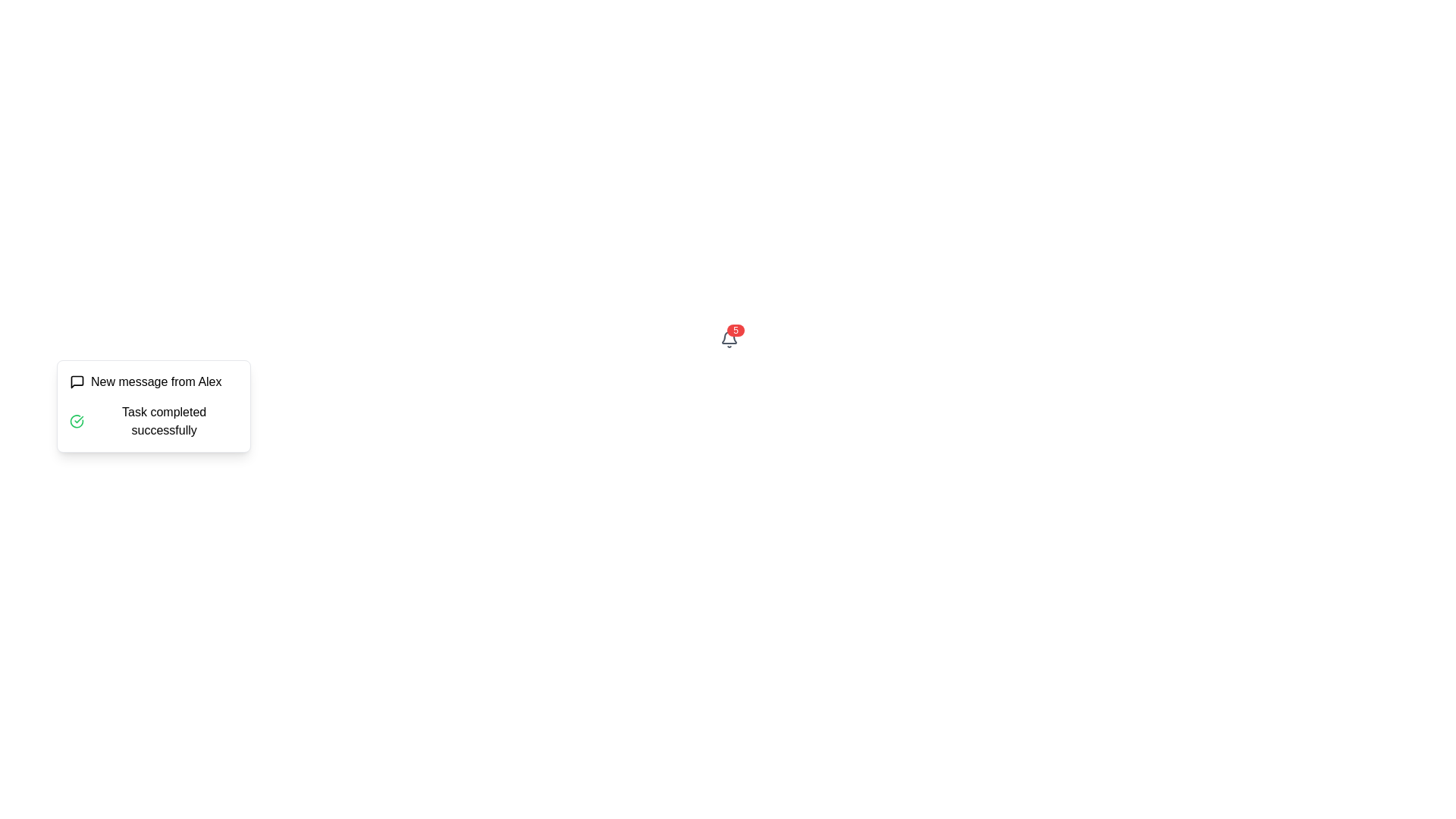 The height and width of the screenshot is (819, 1456). Describe the element at coordinates (156, 381) in the screenshot. I see `notification text displayed in the Text Label that indicates a new message received from 'Alex'` at that location.